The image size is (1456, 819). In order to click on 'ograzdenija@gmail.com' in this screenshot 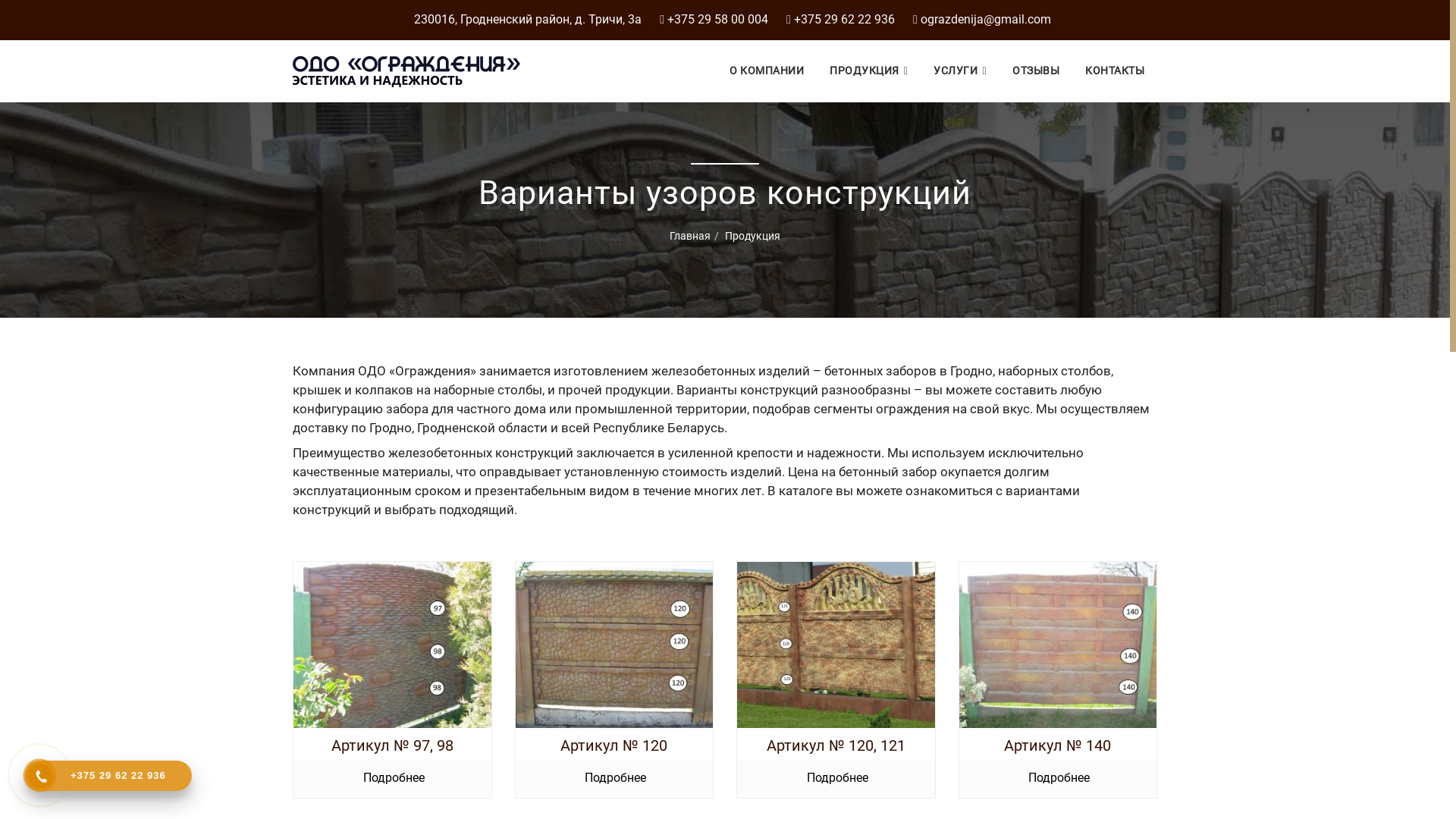, I will do `click(920, 19)`.